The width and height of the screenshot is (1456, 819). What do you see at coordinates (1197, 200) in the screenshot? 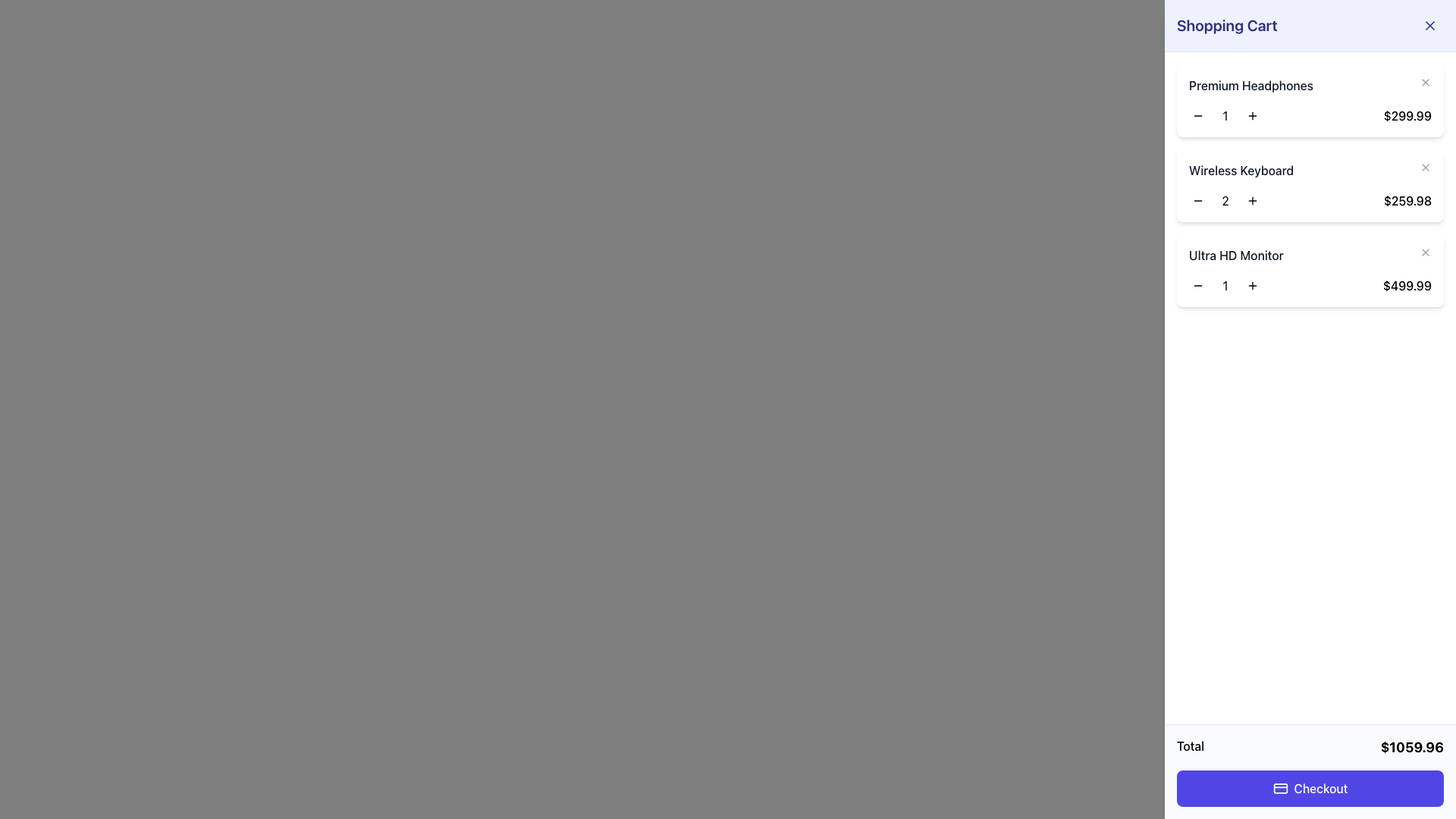
I see `the decrement button for the 'Wireless Keyboard' item in the shopping cart for keyboard interaction` at bounding box center [1197, 200].